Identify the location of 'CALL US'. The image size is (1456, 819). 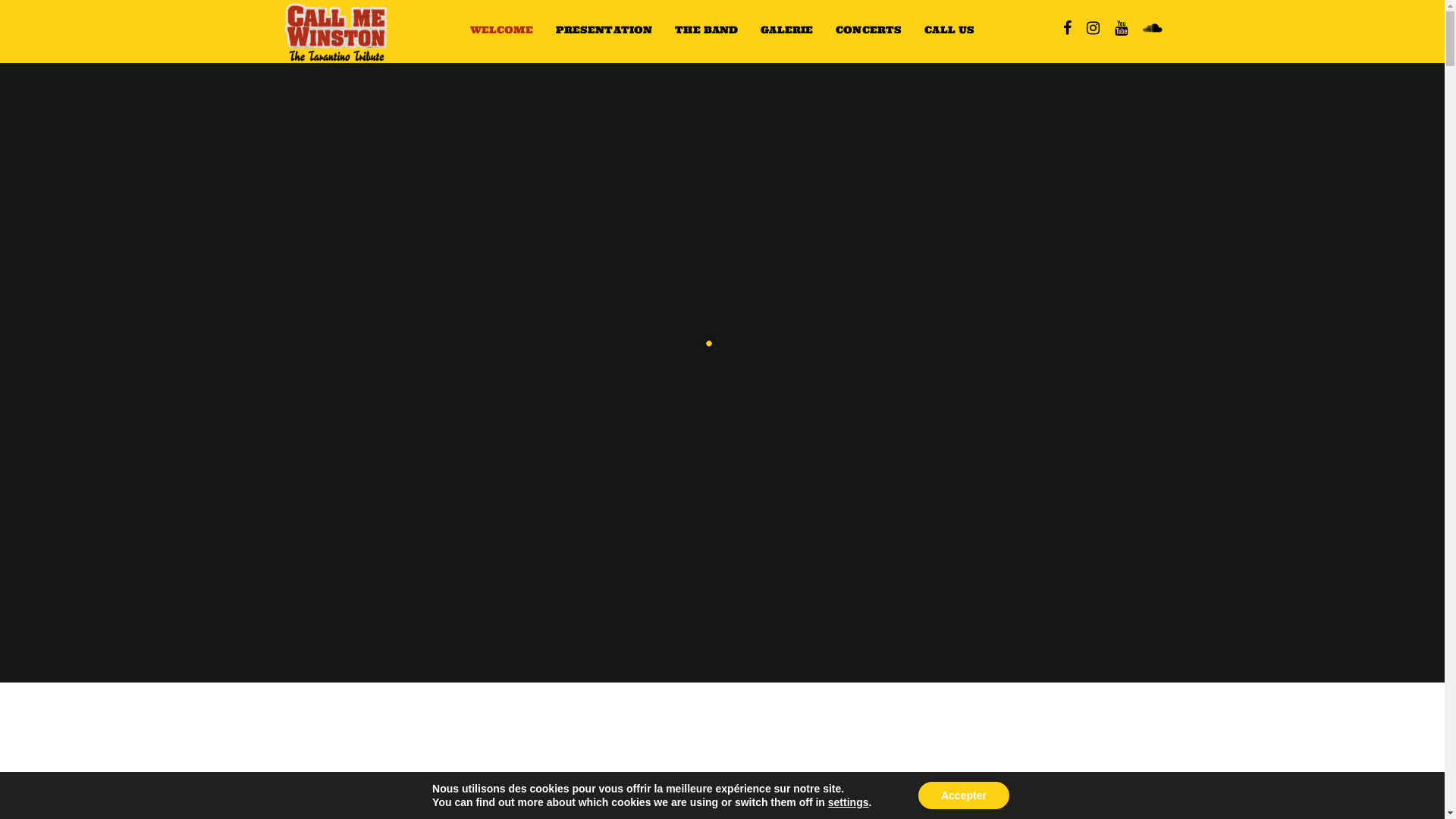
(912, 30).